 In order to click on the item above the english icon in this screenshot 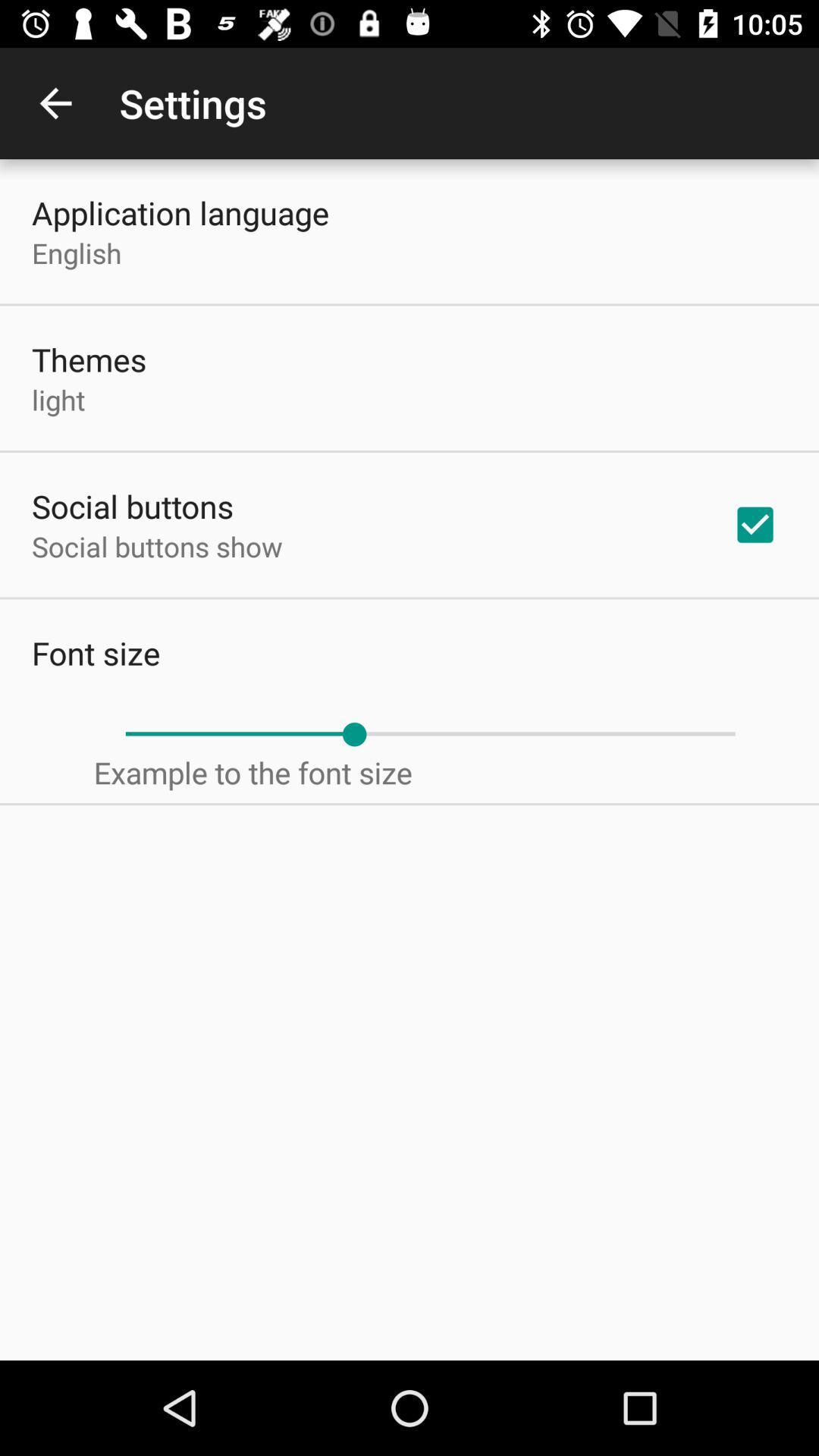, I will do `click(180, 212)`.